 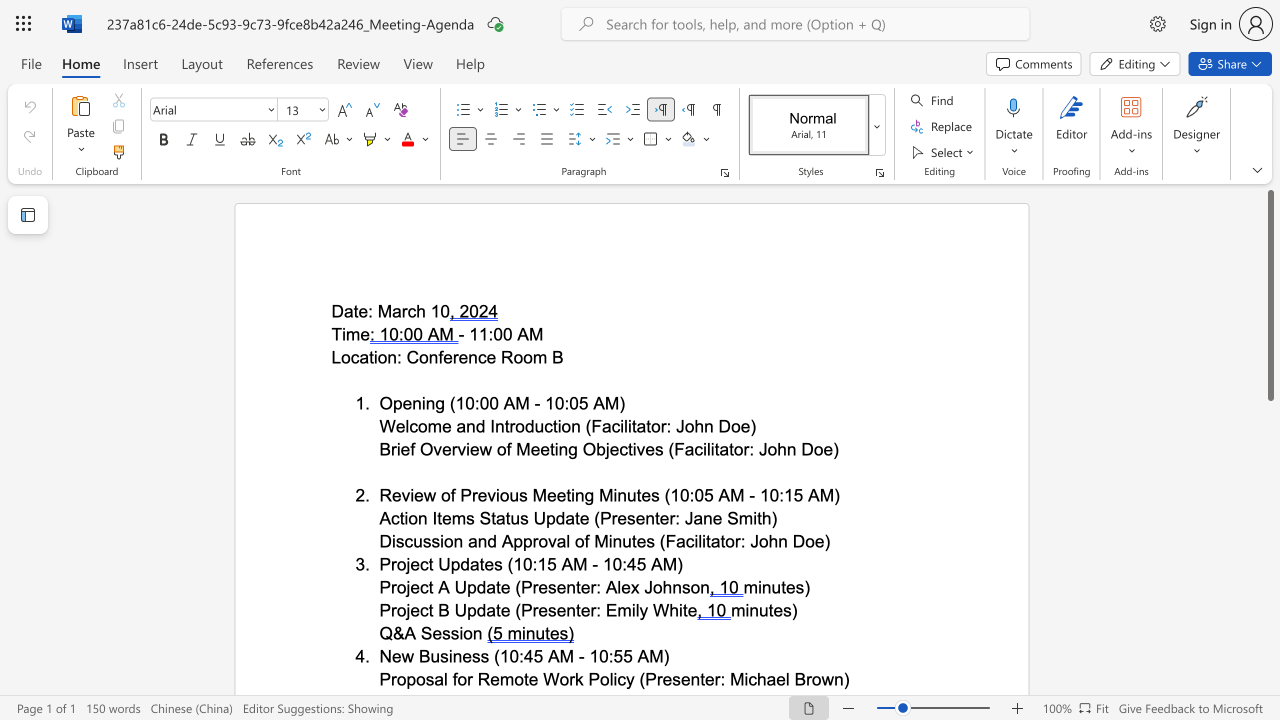 I want to click on the 1th character "a" in the text, so click(x=364, y=356).